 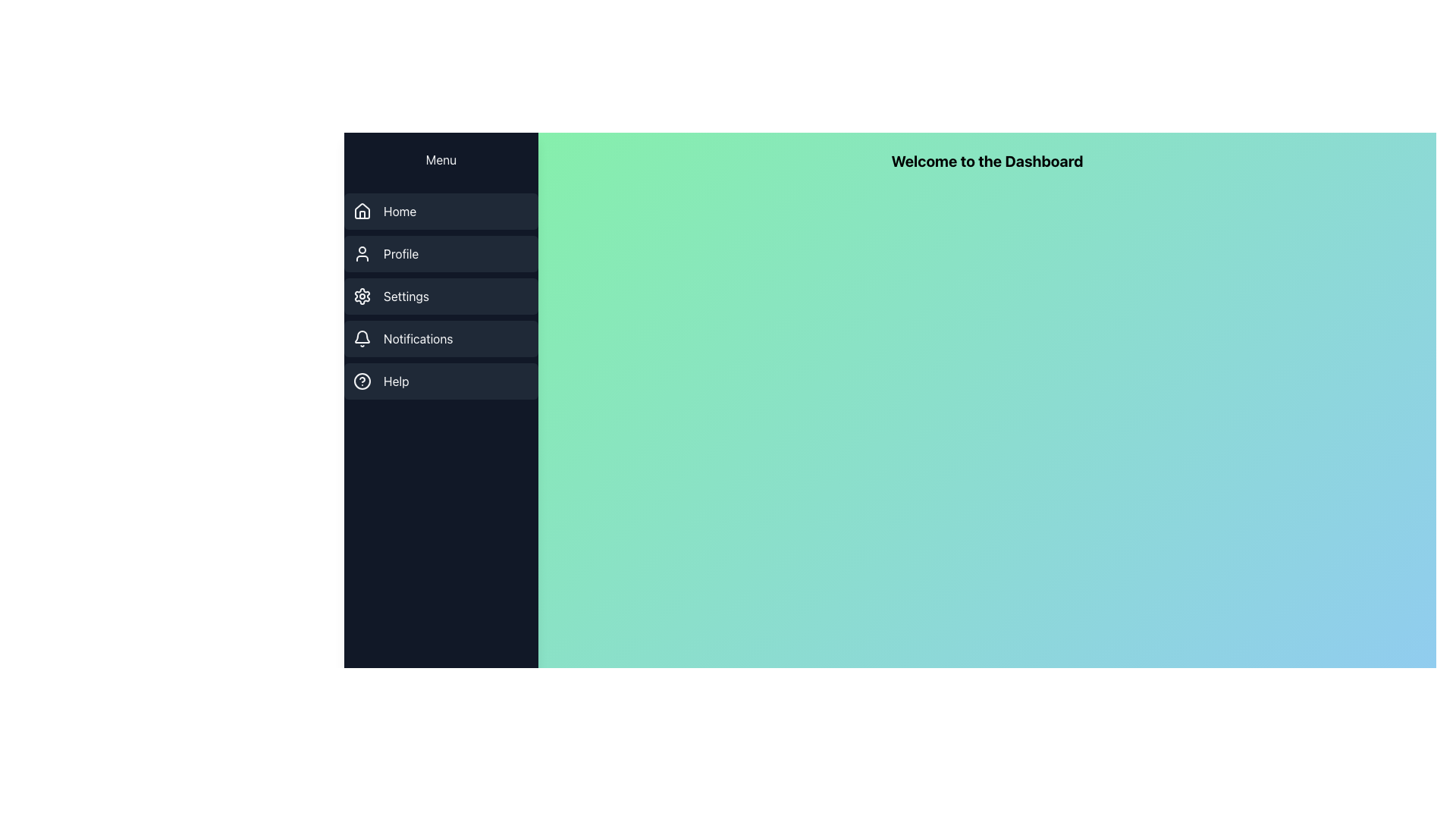 What do you see at coordinates (400, 211) in the screenshot?
I see `the Text Label indicating the home section of the sidebar menu, which is located to the right of the house icon` at bounding box center [400, 211].